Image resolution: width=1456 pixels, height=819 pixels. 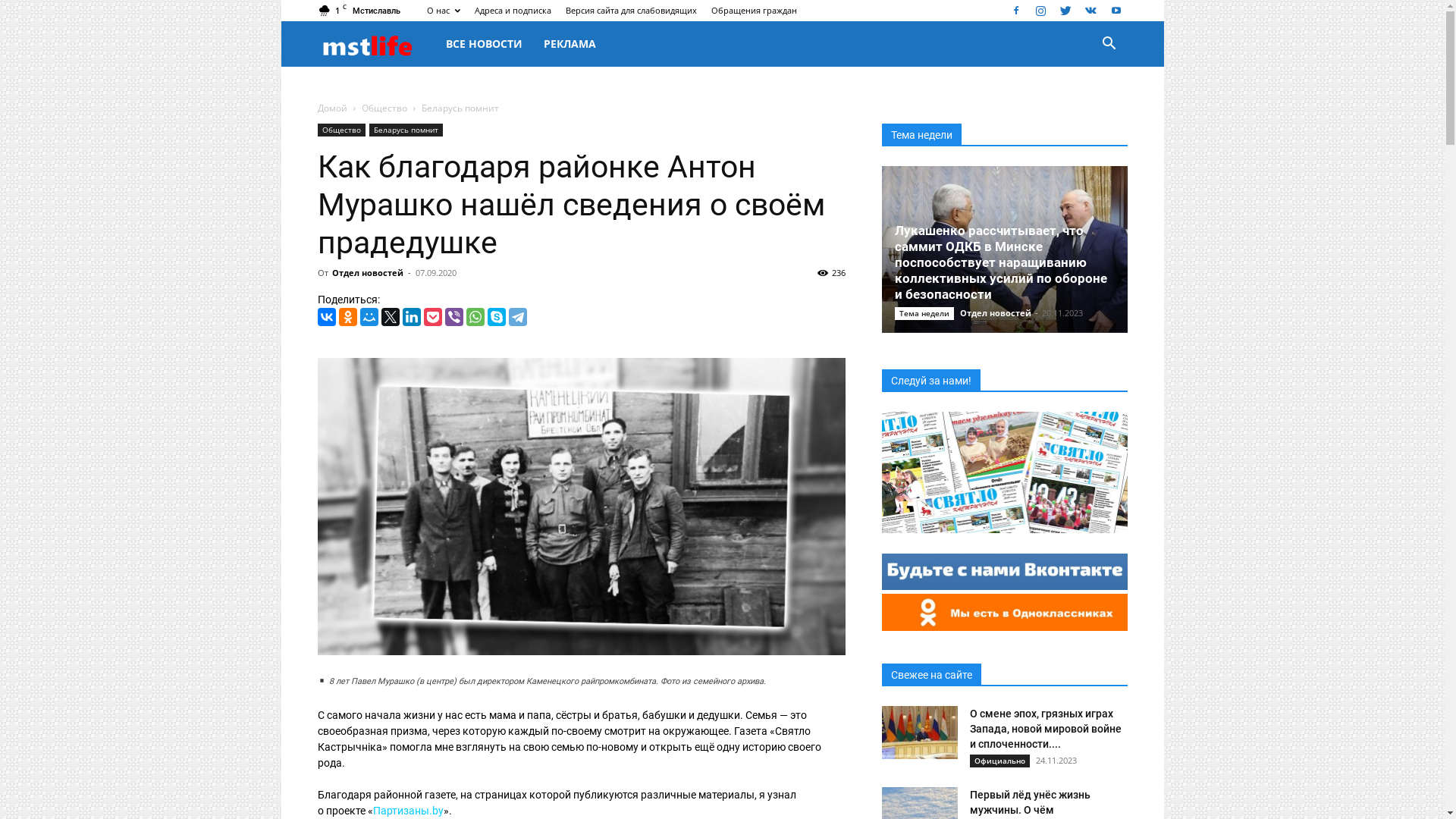 I want to click on 'Viber', so click(x=443, y=315).